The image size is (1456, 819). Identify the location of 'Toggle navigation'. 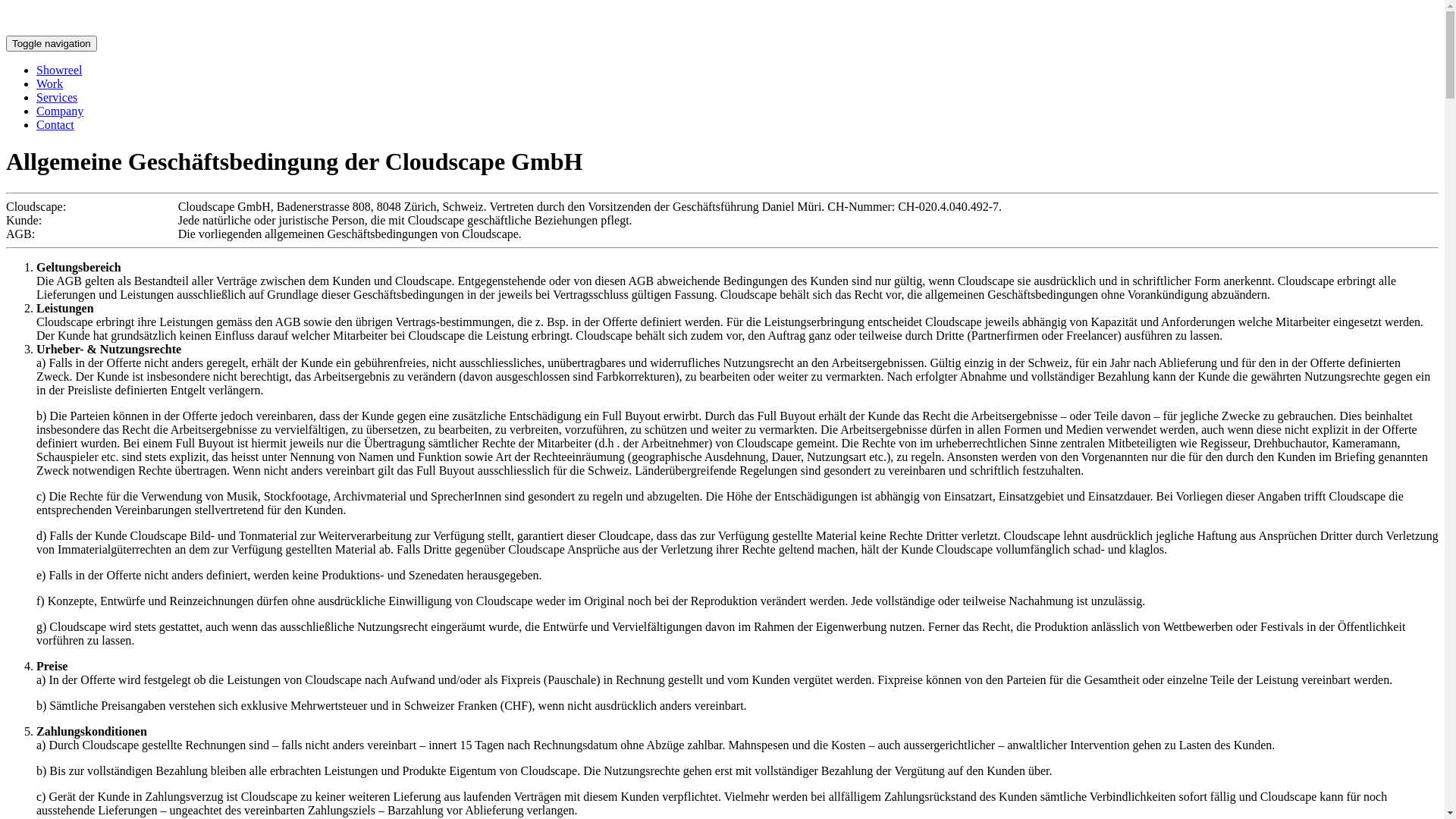
(51, 42).